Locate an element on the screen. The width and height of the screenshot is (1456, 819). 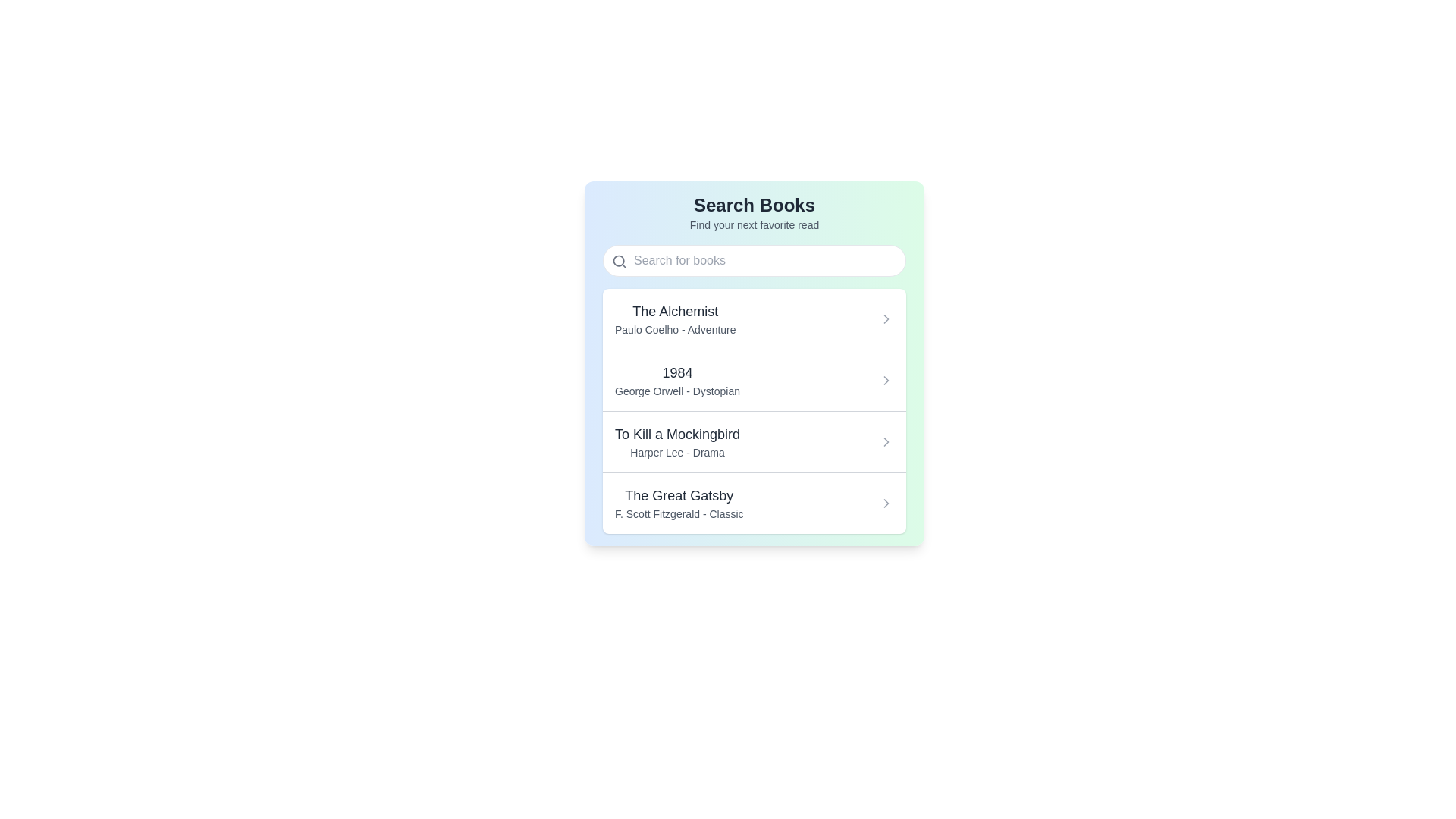
the bold, dark gray text header displaying 'Search Books' at the top of the search interface is located at coordinates (754, 205).